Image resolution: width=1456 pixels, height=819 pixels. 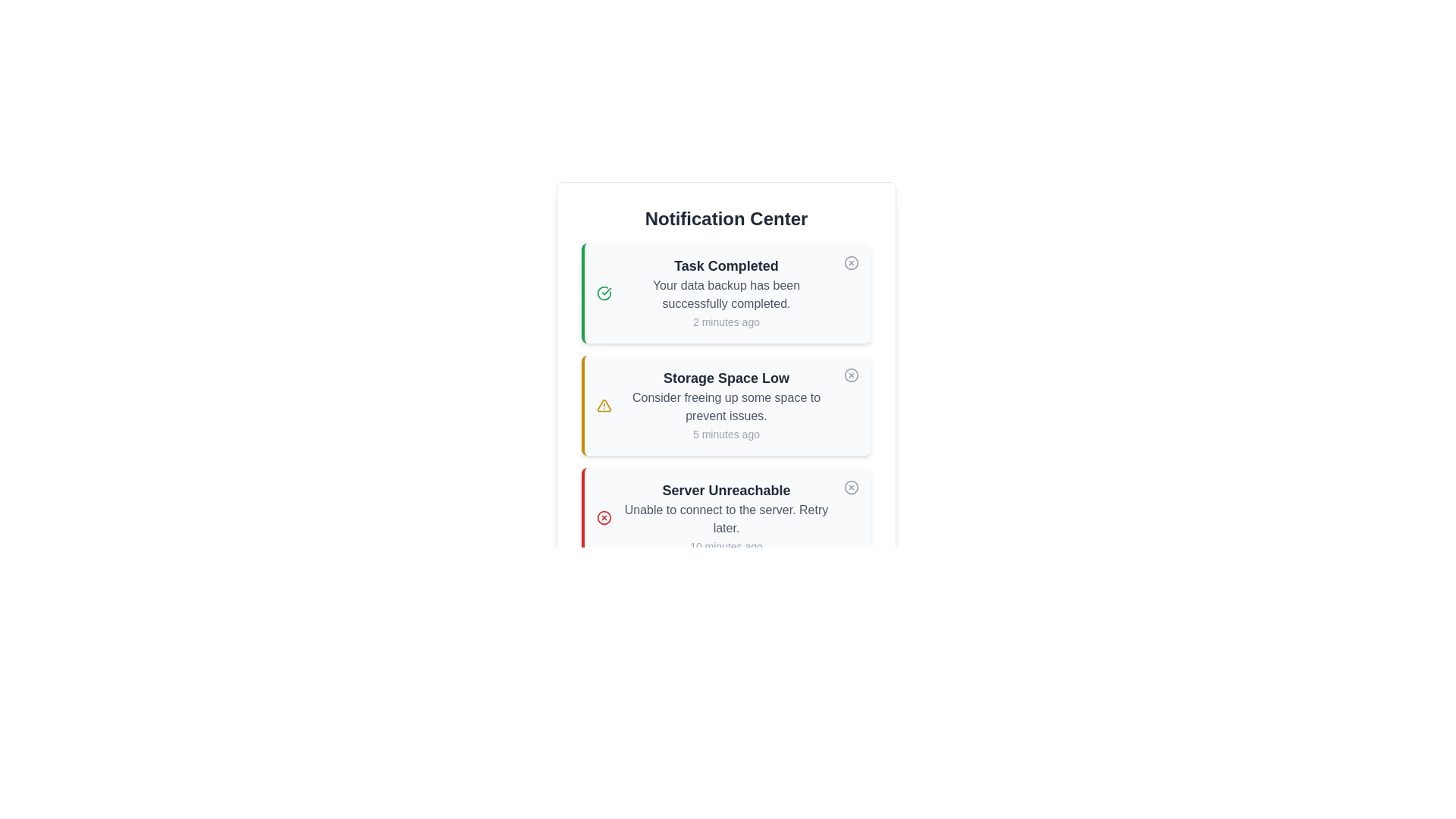 I want to click on the second notification card in the Notification Center, which has a yellow border, to focus on it, so click(x=726, y=405).